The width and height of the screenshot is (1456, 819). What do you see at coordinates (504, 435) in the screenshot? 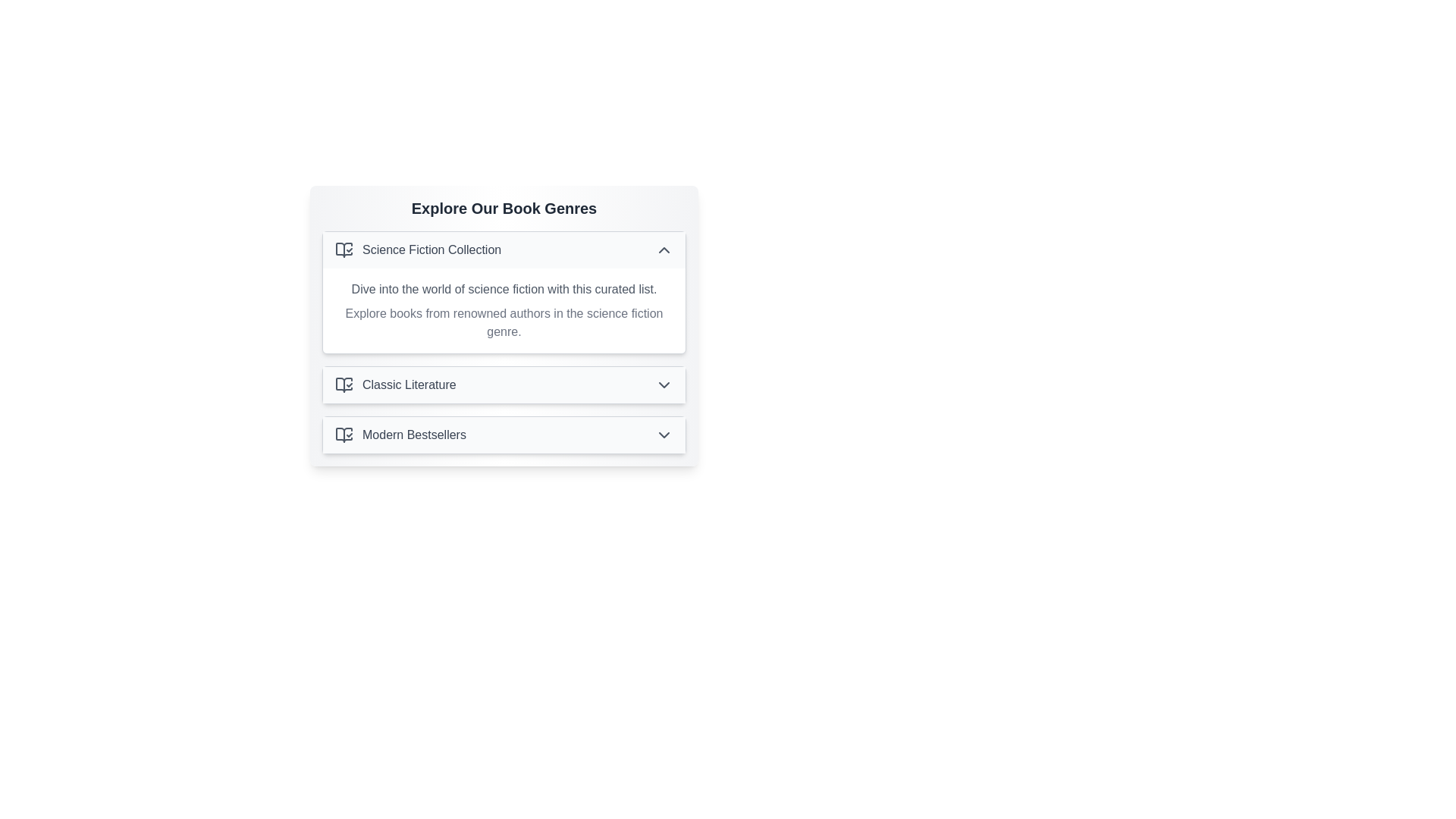
I see `the last item in the vertical list, which is the CollapsibleHeader for the 'Modern Bestsellers' section, to trigger hover effects` at bounding box center [504, 435].